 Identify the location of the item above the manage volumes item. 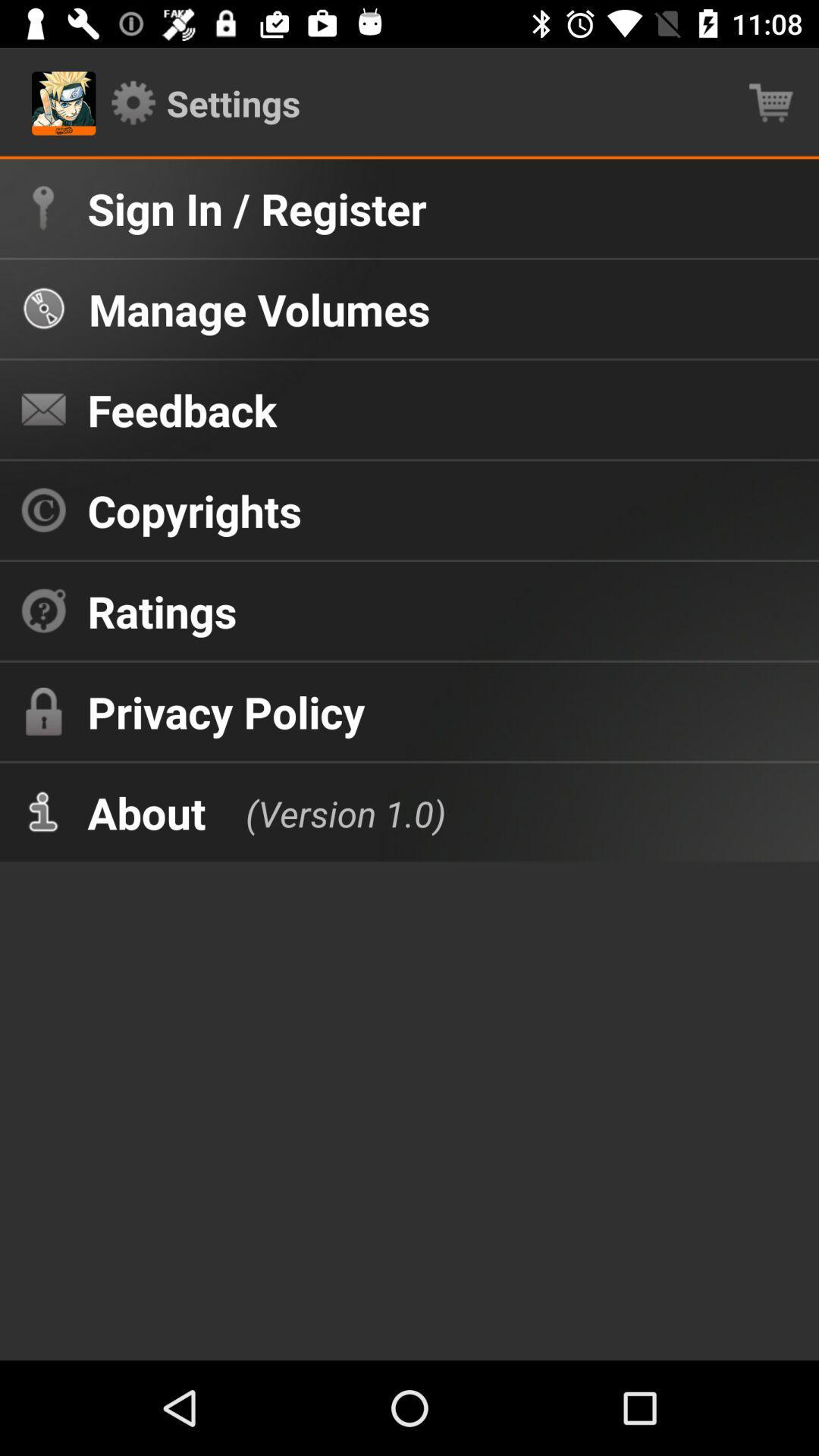
(256, 207).